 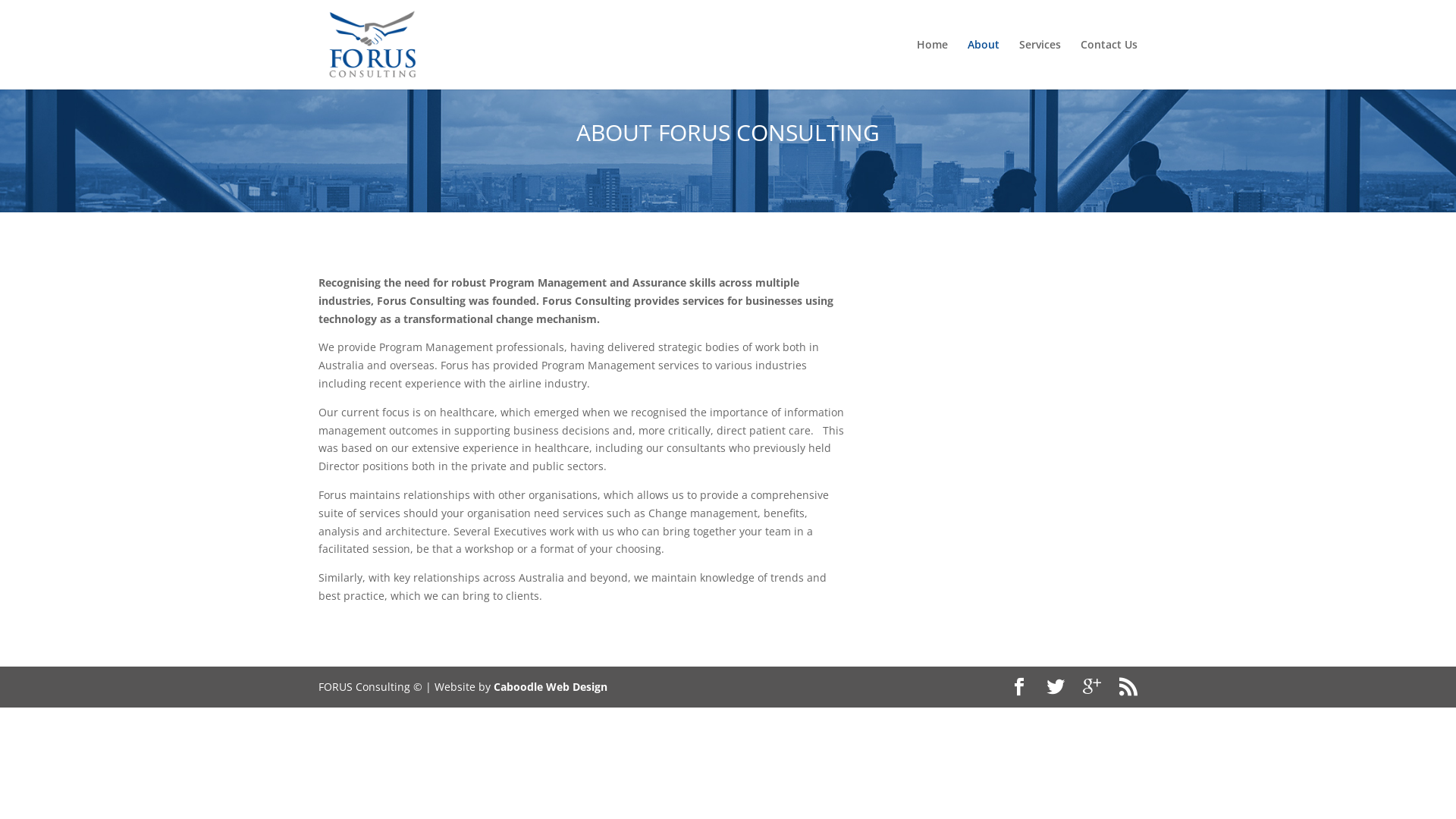 I want to click on 'Contact Us', so click(x=1109, y=63).